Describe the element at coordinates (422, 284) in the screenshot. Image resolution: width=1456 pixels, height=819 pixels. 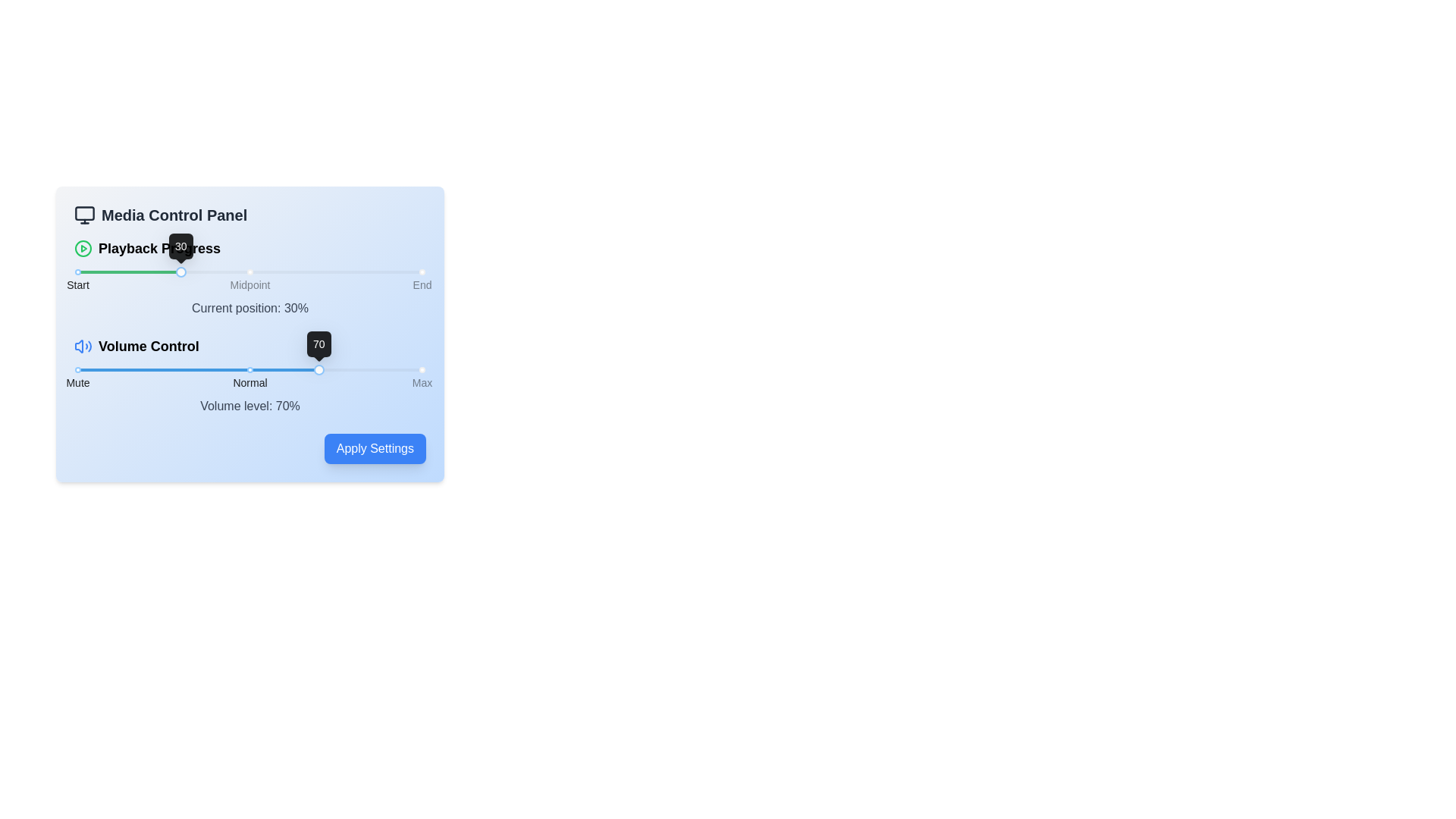
I see `the rightmost label of the slider, which indicates the maximum value (100% mark) of the 'Playback Progress' slider` at that location.